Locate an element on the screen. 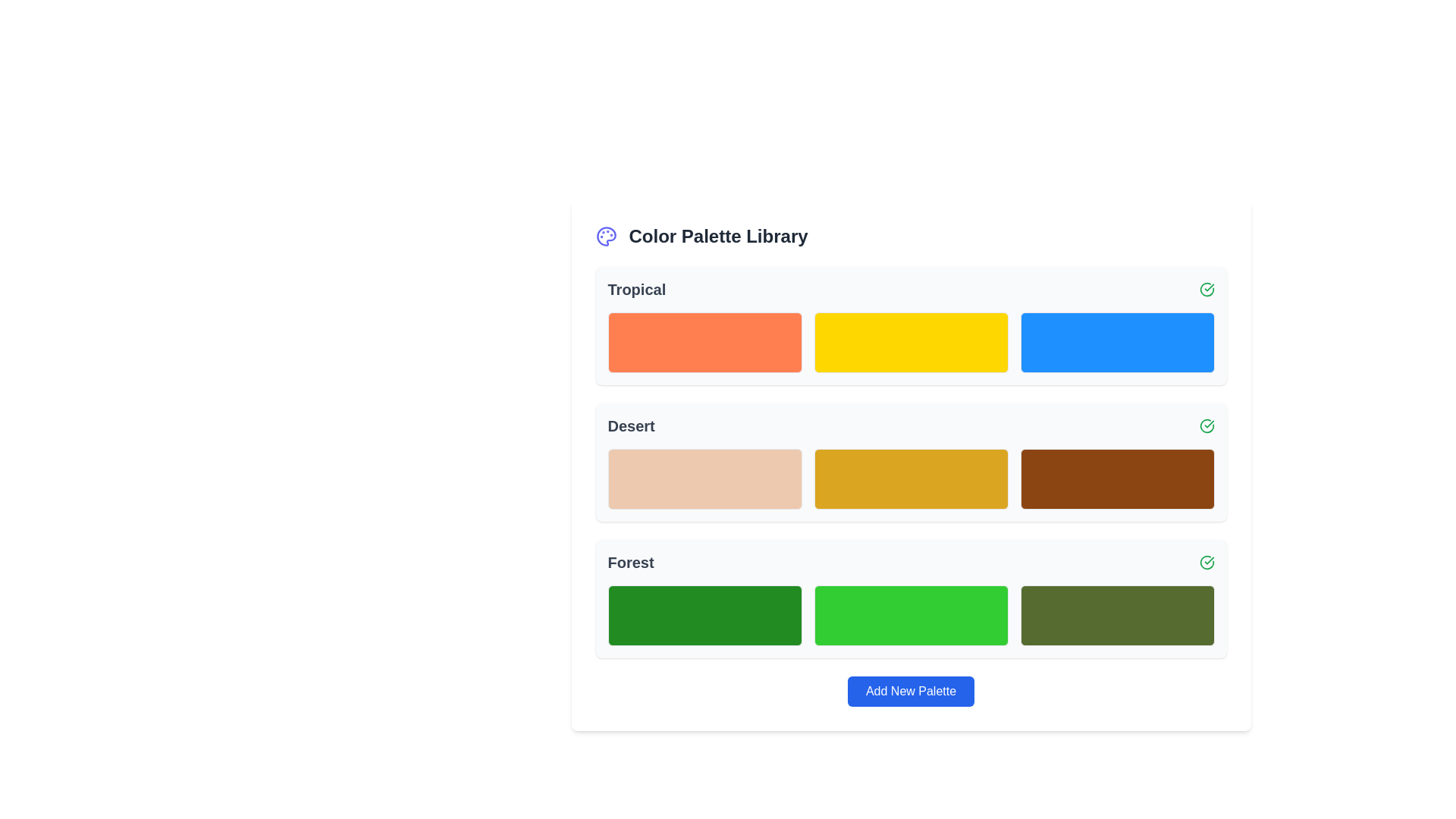 The width and height of the screenshot is (1456, 819). the button that allows users is located at coordinates (910, 691).